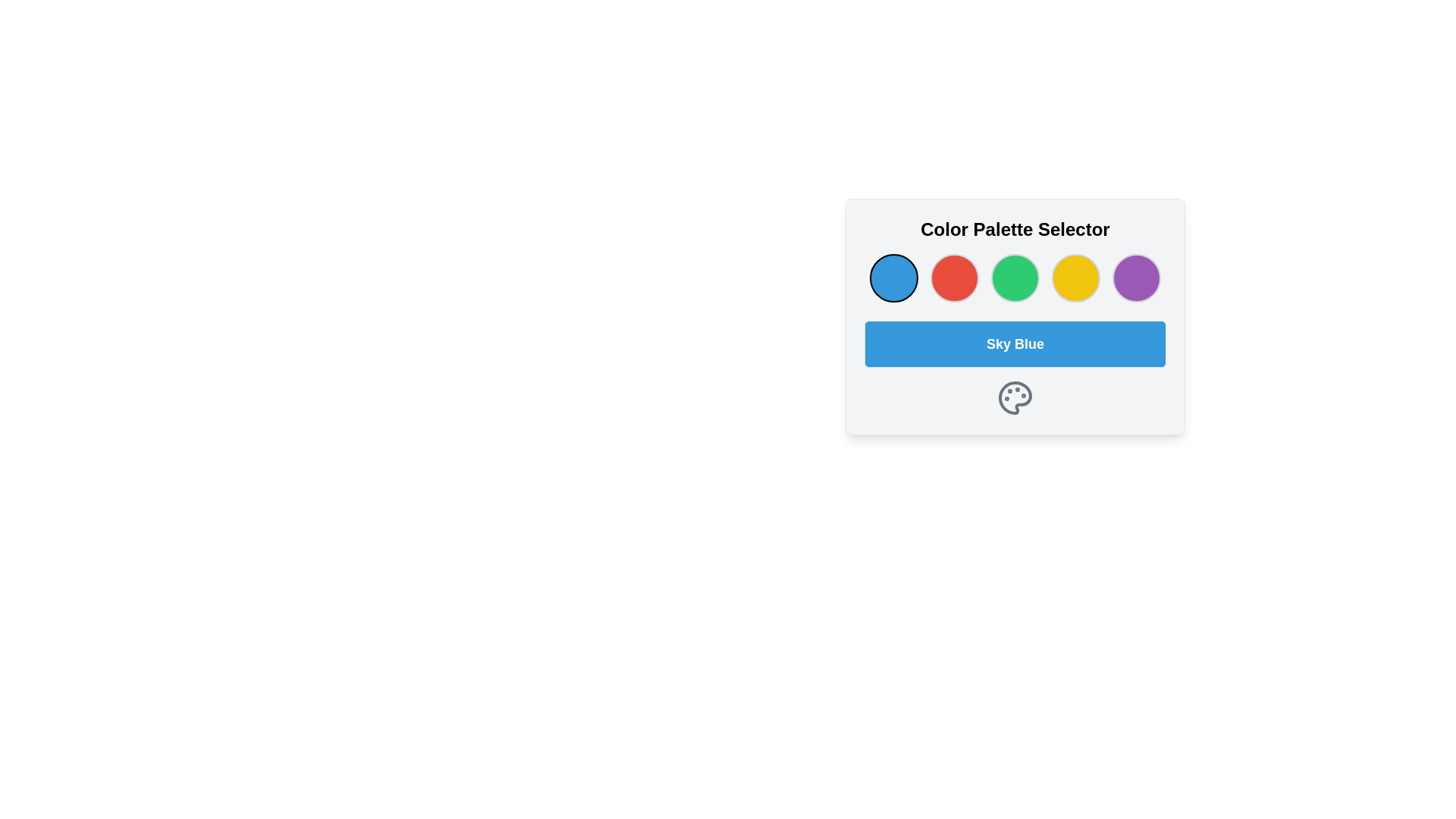 The height and width of the screenshot is (819, 1456). Describe the element at coordinates (894, 278) in the screenshot. I see `the first circular button in the Color Palette Selector` at that location.